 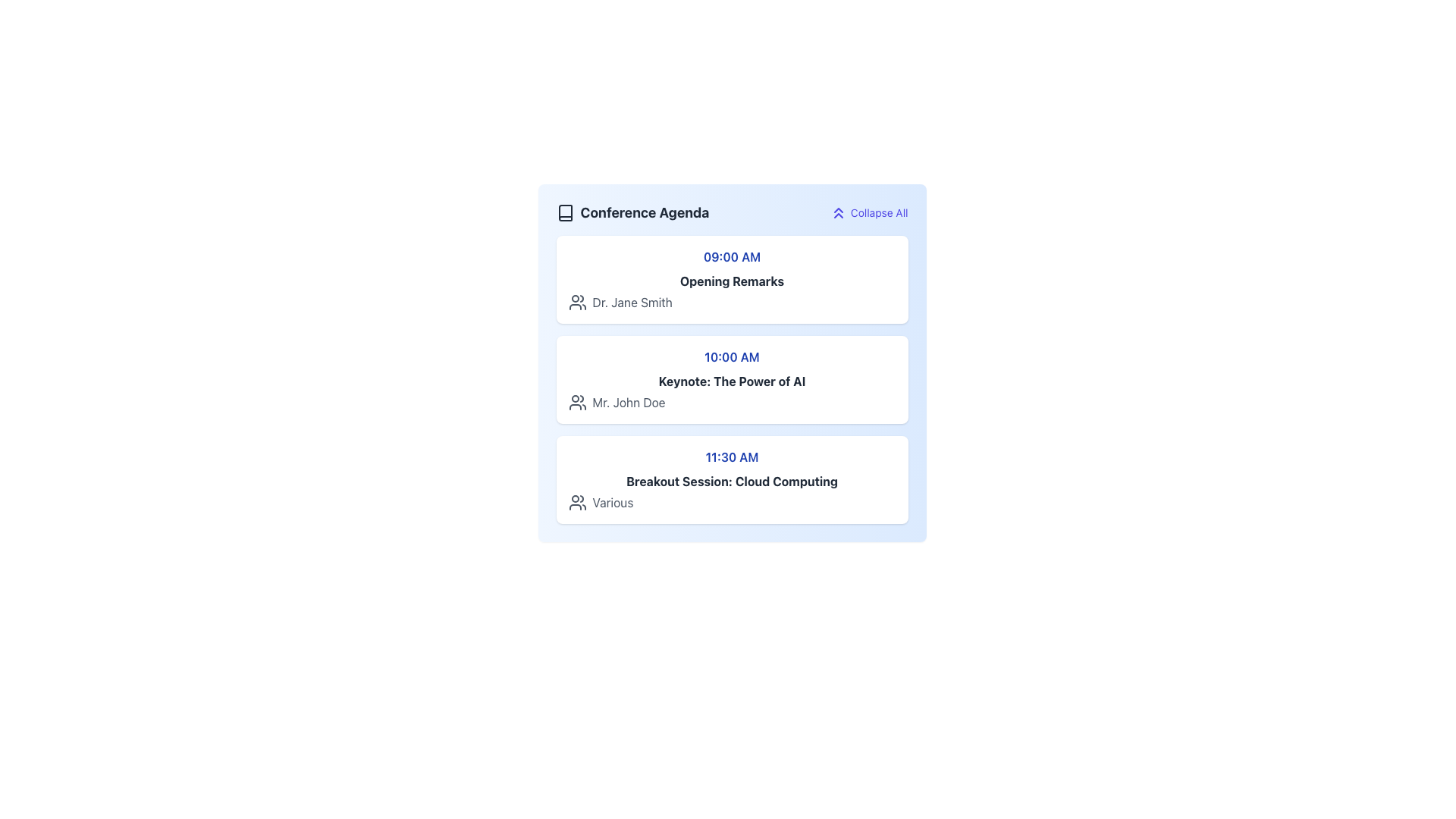 What do you see at coordinates (868, 213) in the screenshot?
I see `the 'Collapse All' button with an icon of stacked upward-facing chevrons` at bounding box center [868, 213].